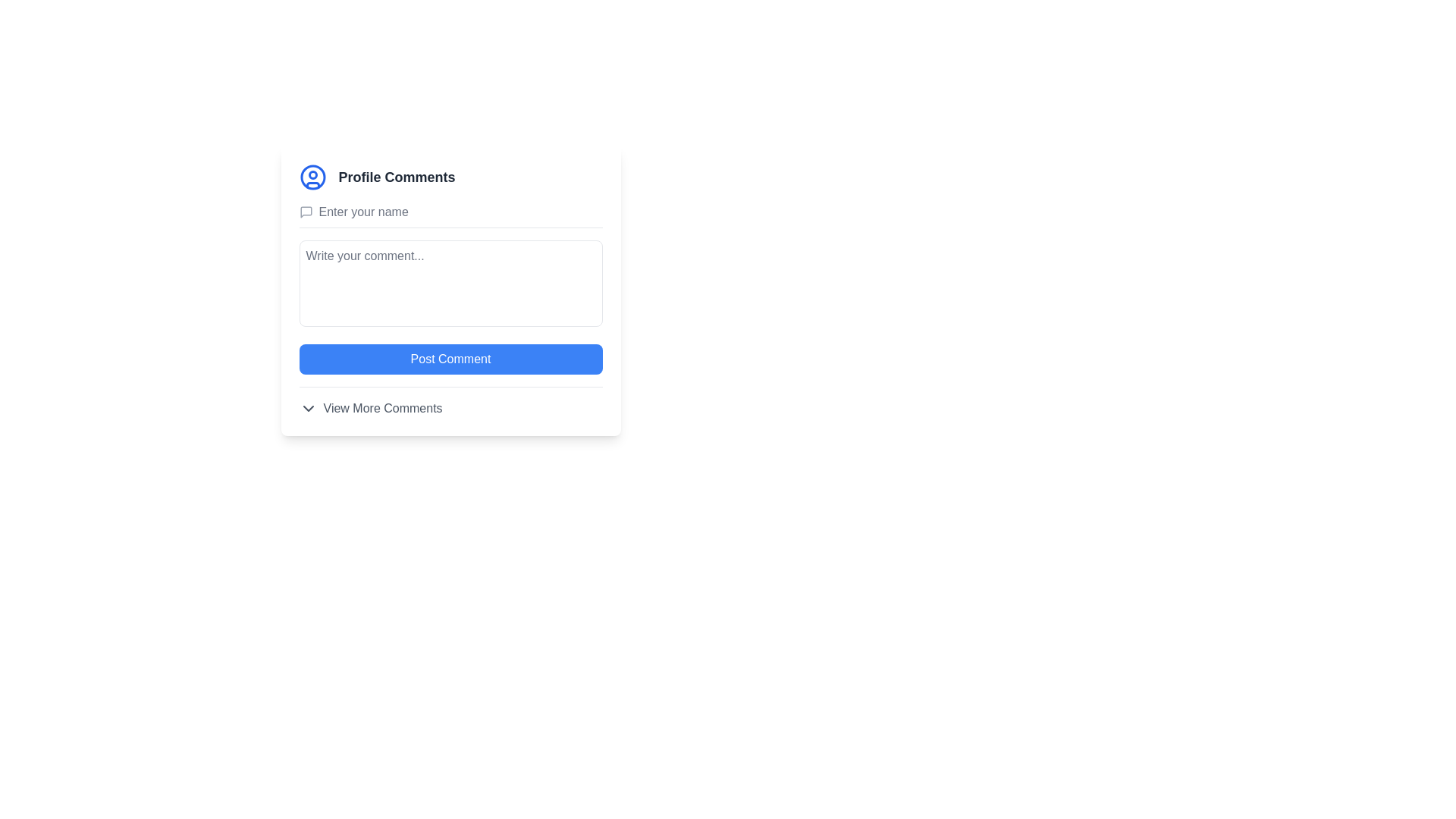 The height and width of the screenshot is (819, 1456). I want to click on the speech bubble icon located in the 'Profile Comments' section, adjacent to the 'Enter your name' input field, so click(305, 212).